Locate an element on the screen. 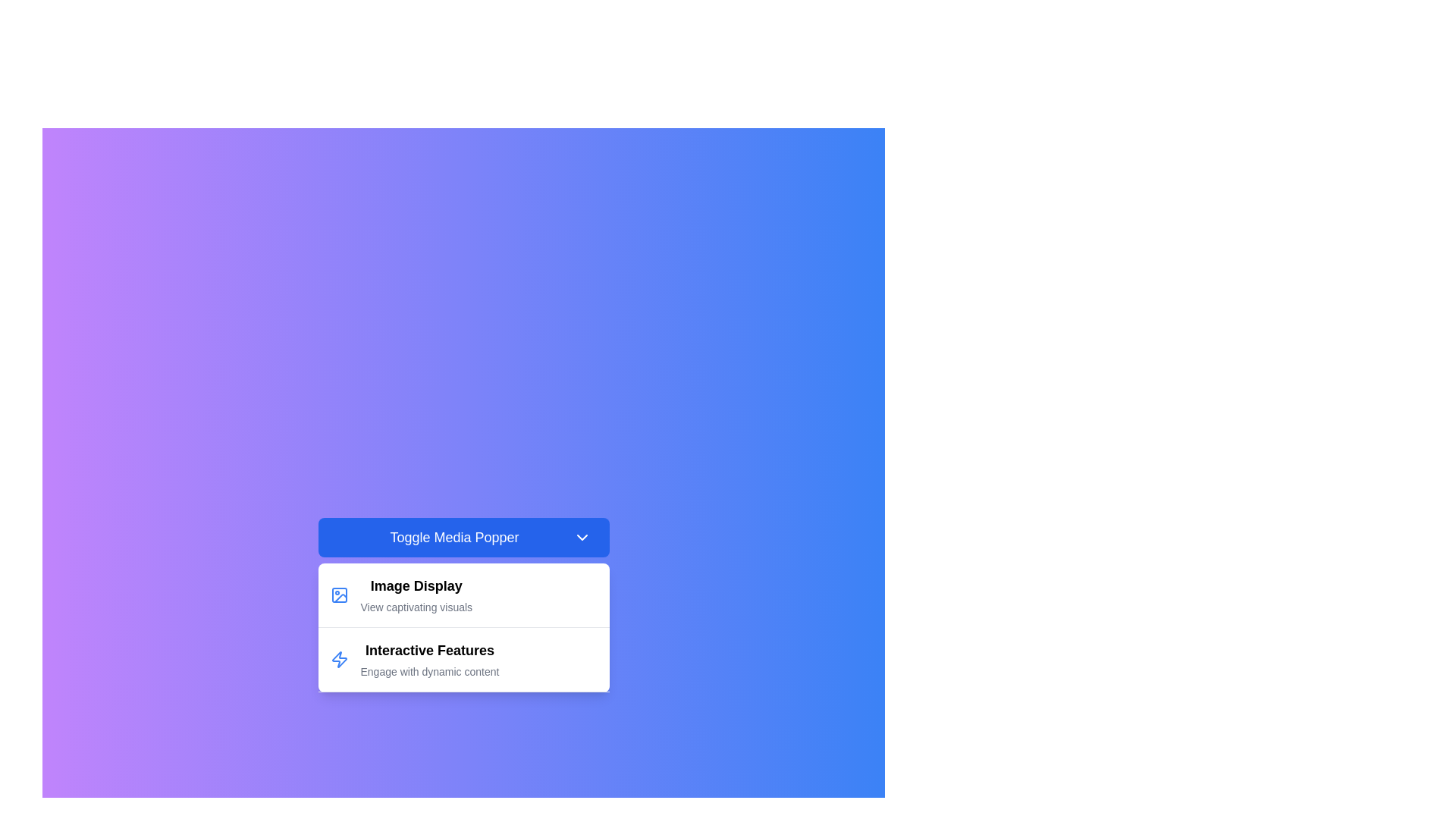 This screenshot has width=1456, height=819. the text label that describes the menu option or feature related to image display, which is positioned below the 'Toggle Media Popper' button and above the 'Interactive Features' entry is located at coordinates (416, 595).